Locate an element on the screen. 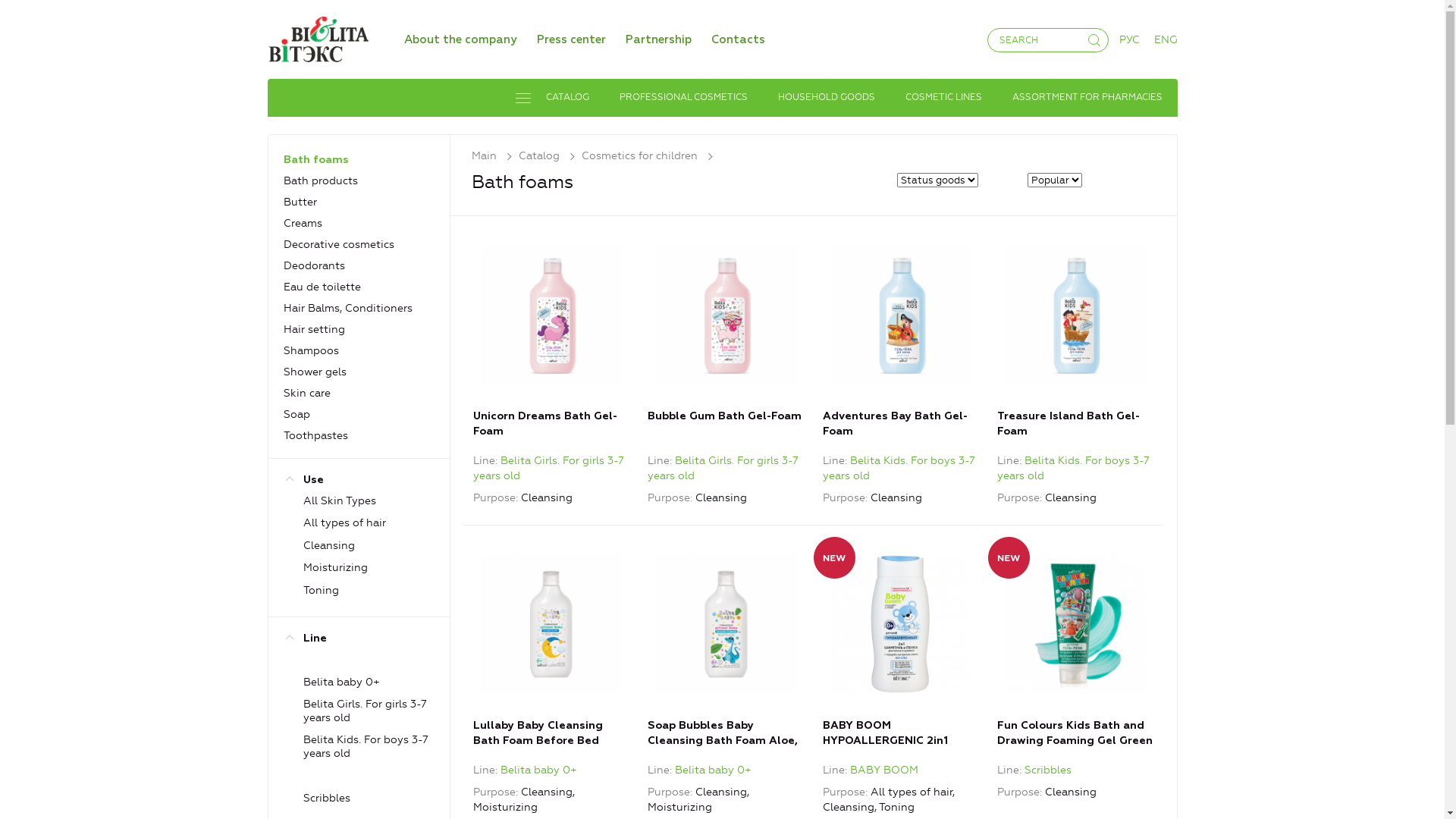  'HOUSEHOLD GOODS' is located at coordinates (825, 97).